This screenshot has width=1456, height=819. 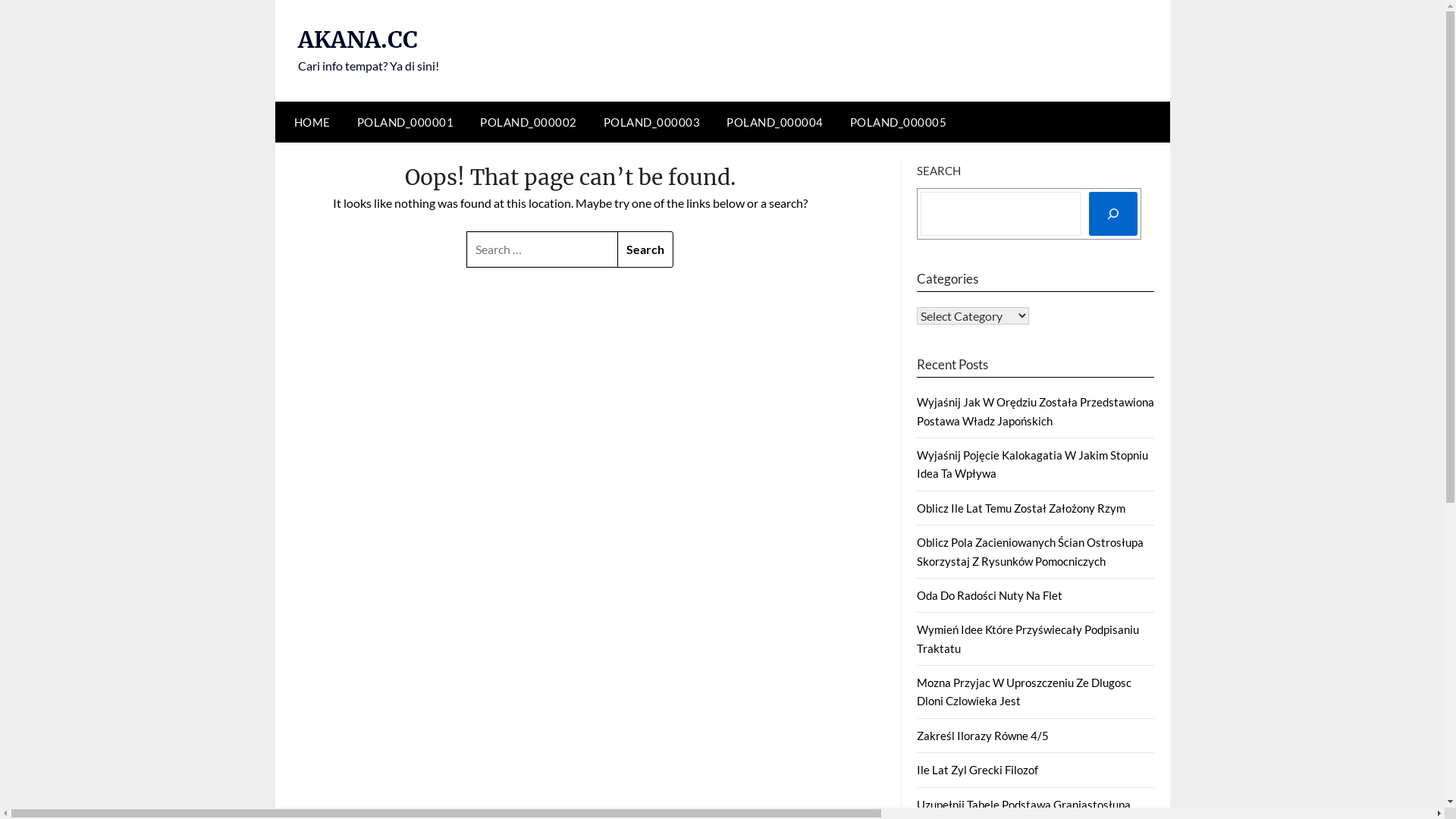 I want to click on 'POLAND_000003', so click(x=590, y=121).